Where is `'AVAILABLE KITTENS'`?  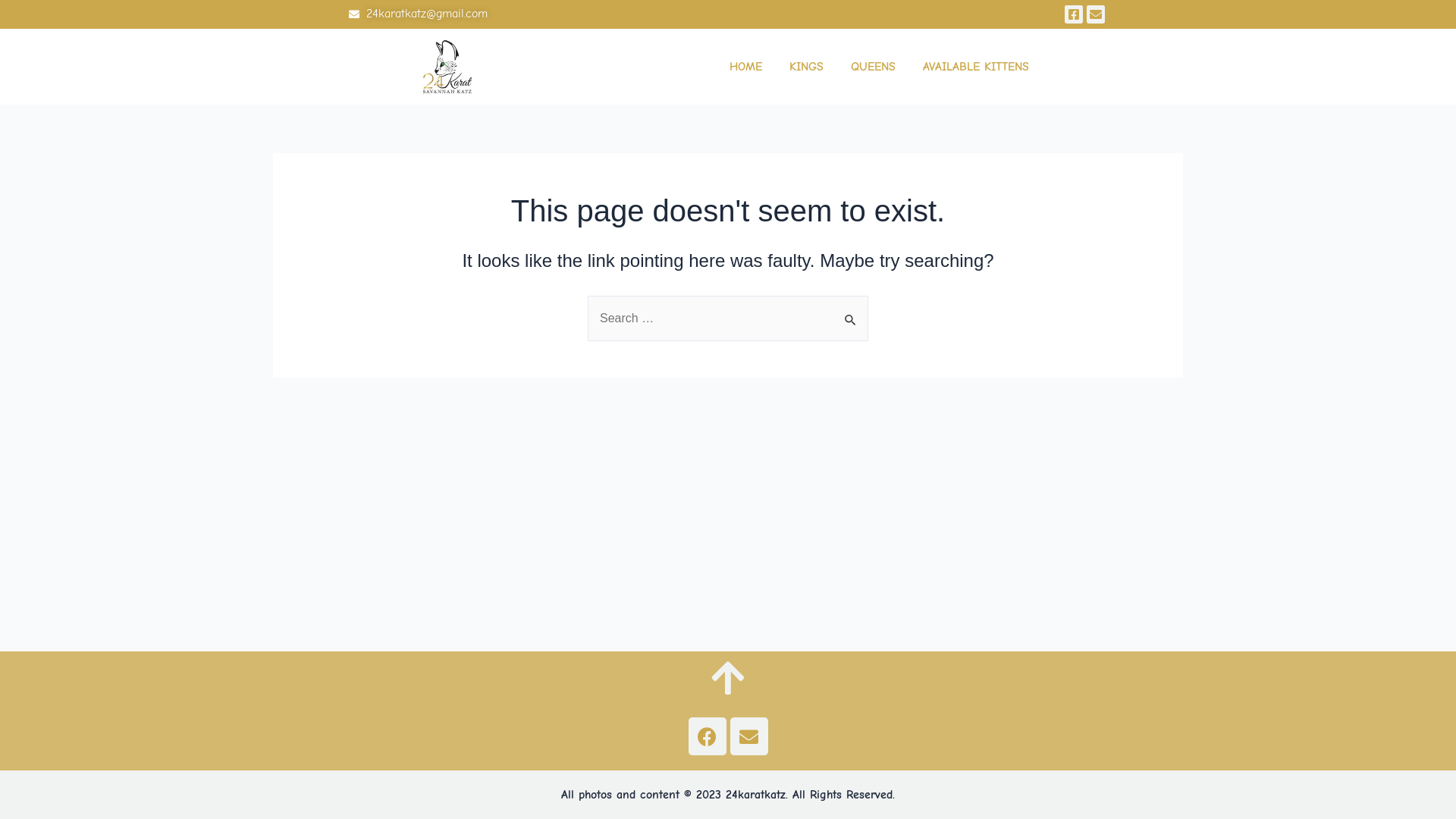
'AVAILABLE KITTENS' is located at coordinates (914, 66).